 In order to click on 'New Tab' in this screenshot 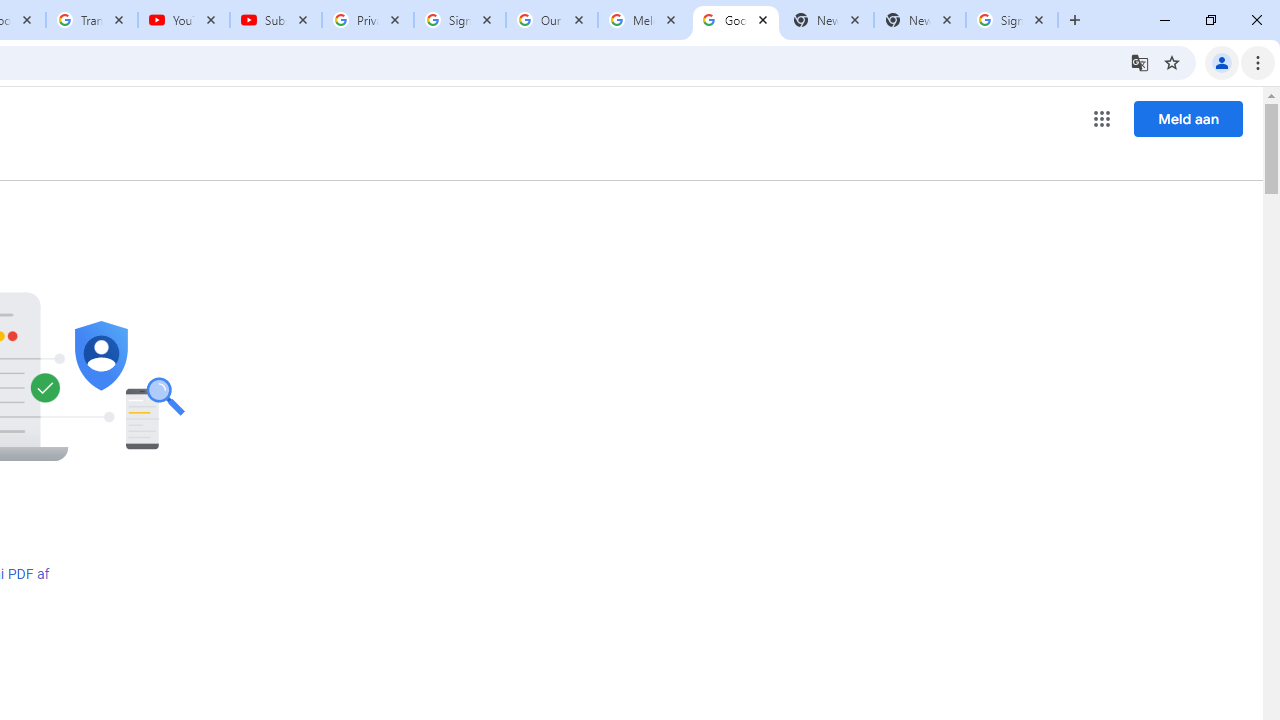, I will do `click(919, 20)`.